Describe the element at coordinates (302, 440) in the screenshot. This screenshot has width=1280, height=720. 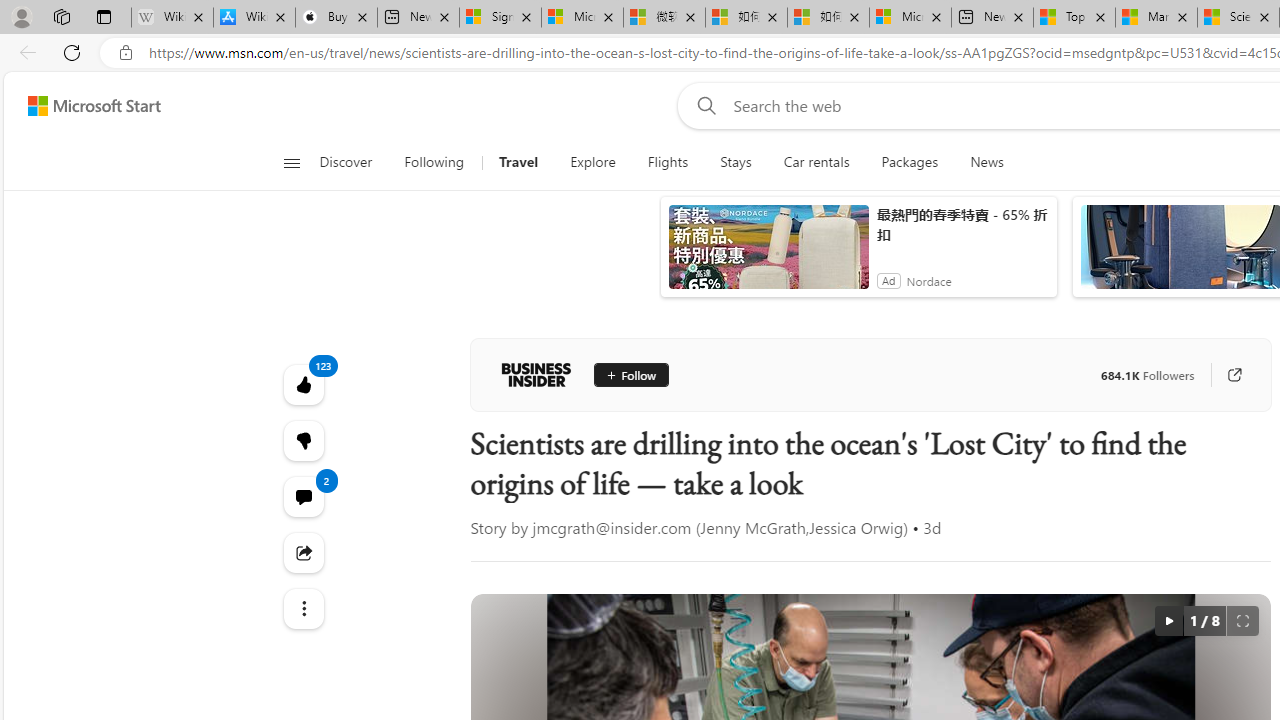
I see `'123'` at that location.